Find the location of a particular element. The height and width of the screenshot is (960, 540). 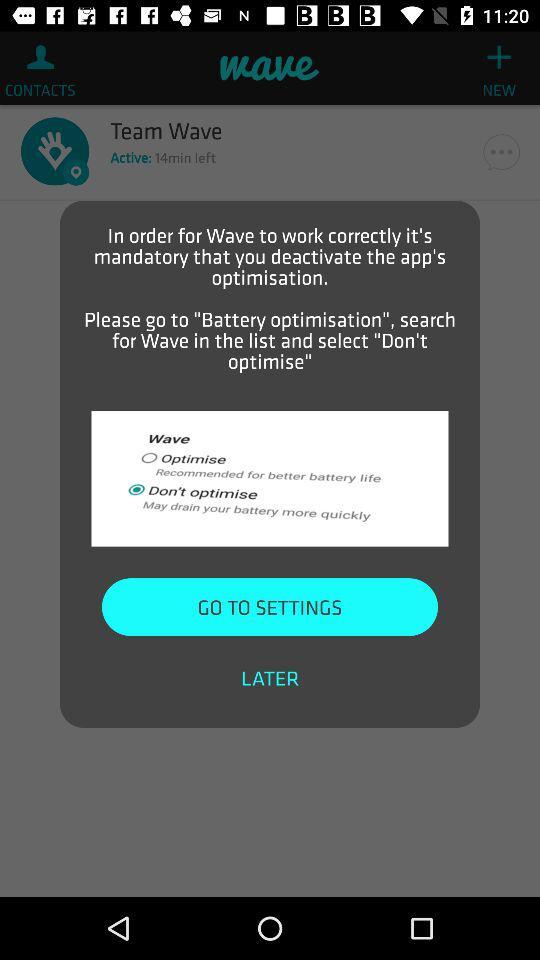

later icon is located at coordinates (270, 678).